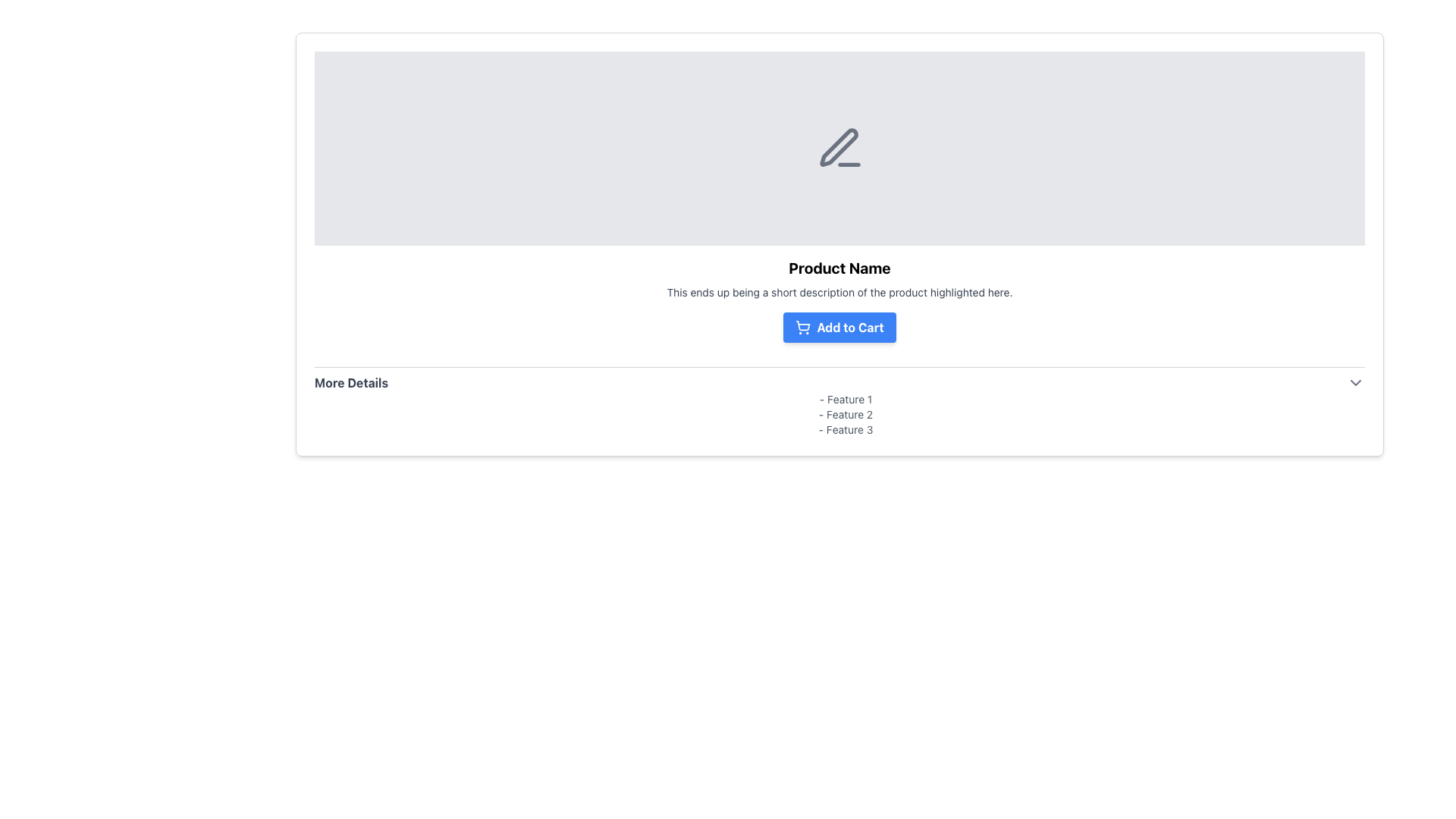  What do you see at coordinates (1356, 382) in the screenshot?
I see `the Chevron SVG Icon located on the farthest right side of the 'More Details' section` at bounding box center [1356, 382].